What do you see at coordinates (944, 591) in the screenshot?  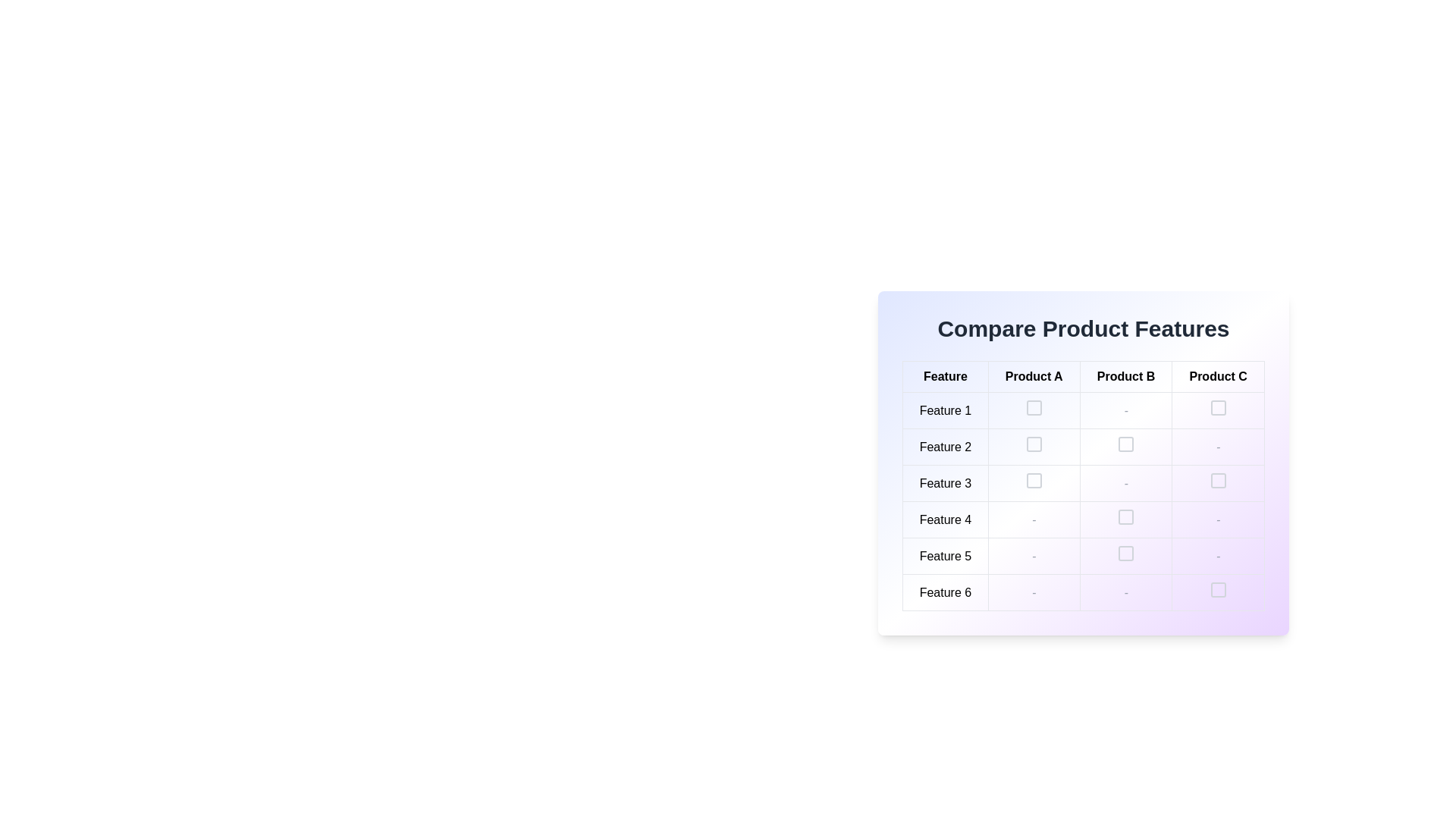 I see `the Text label in the first column of the last row, specifically the sixth row under the 'Feature' header of the comparison table` at bounding box center [944, 591].